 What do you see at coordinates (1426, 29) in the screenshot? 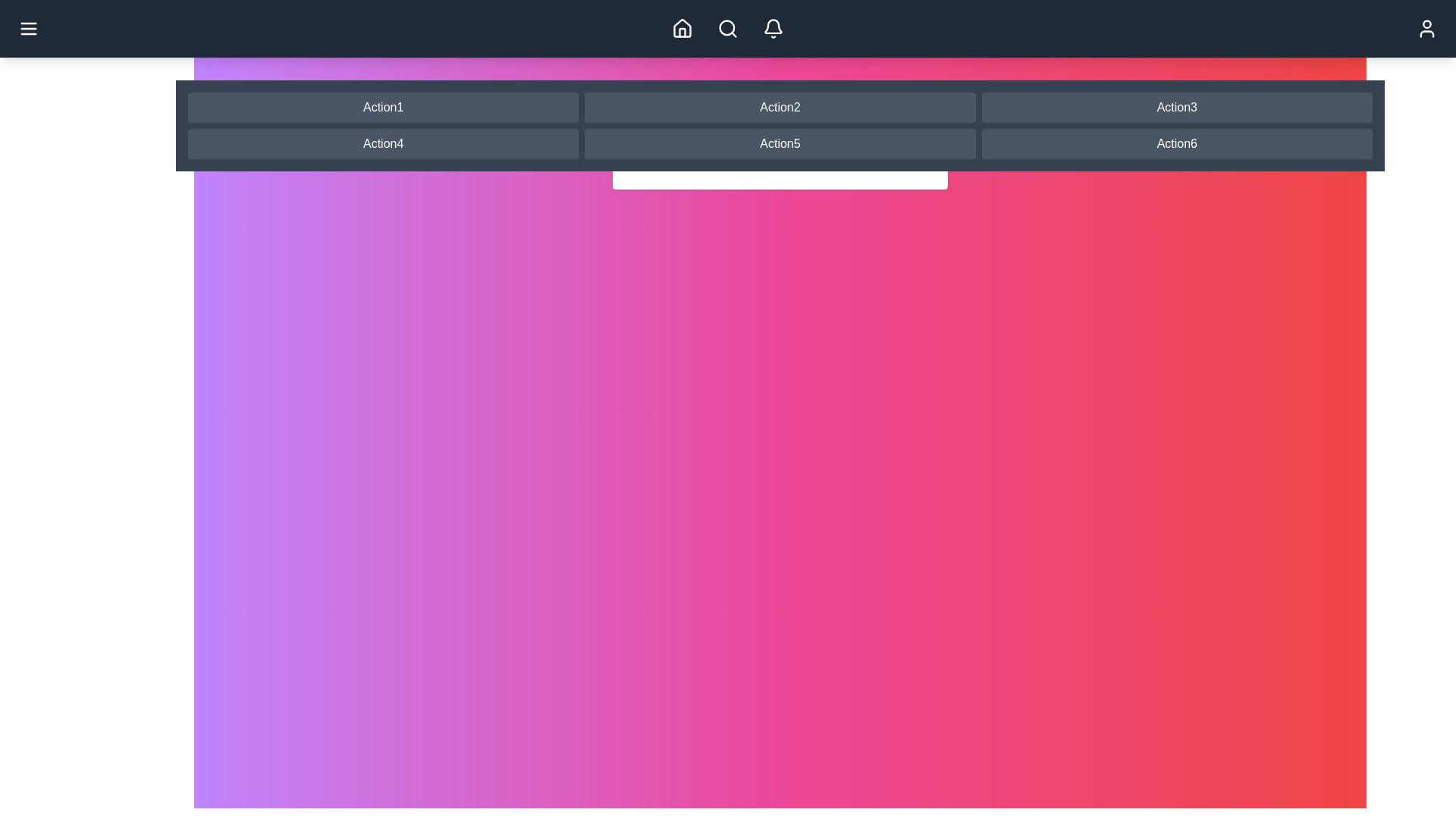
I see `the user profile button located at the top-right corner of the app bar` at bounding box center [1426, 29].